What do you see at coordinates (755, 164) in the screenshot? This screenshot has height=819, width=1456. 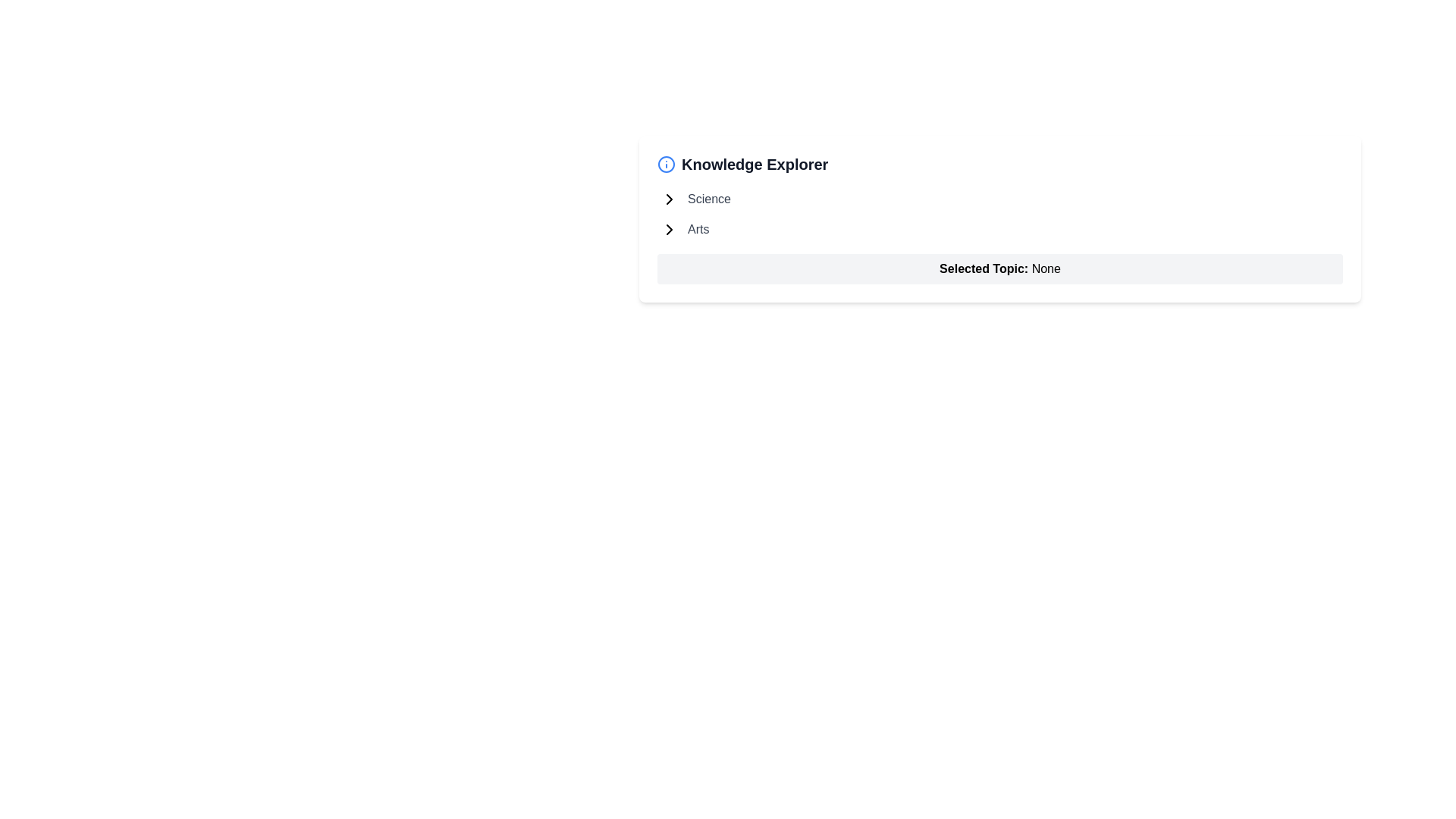 I see `the text label that serves as a title or header, indicating the name or purpose of the current section or interface` at bounding box center [755, 164].